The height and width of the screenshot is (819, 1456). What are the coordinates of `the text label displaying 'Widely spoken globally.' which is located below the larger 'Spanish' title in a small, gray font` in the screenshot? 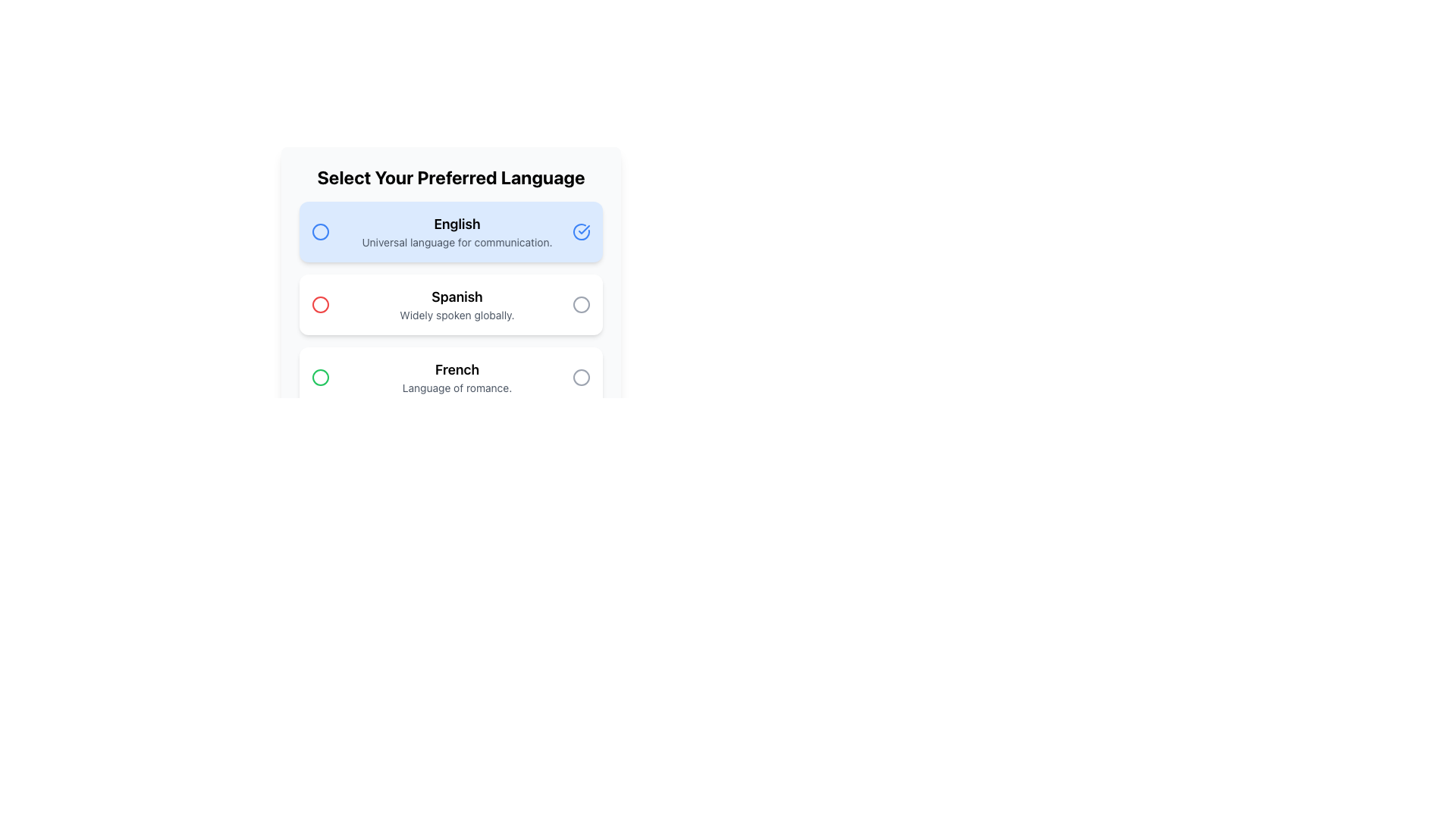 It's located at (457, 315).